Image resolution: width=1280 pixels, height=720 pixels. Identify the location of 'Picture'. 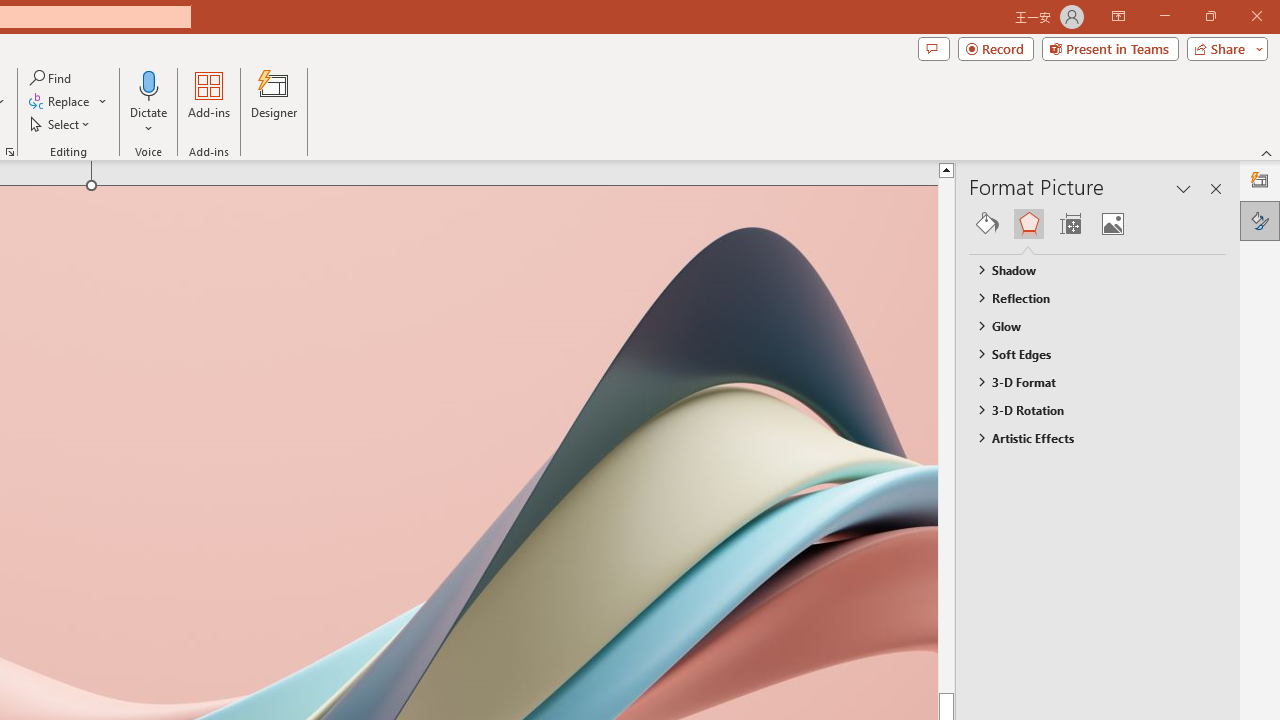
(1111, 223).